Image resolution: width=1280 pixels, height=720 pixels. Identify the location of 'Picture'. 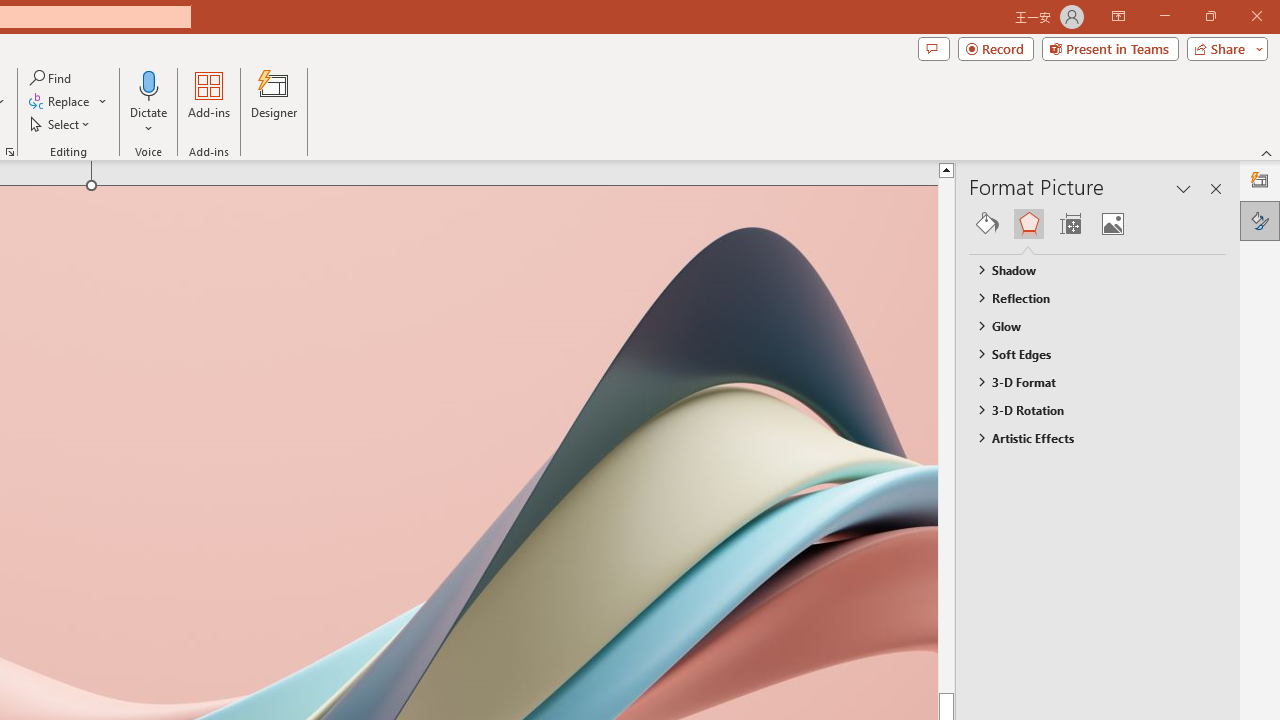
(1111, 223).